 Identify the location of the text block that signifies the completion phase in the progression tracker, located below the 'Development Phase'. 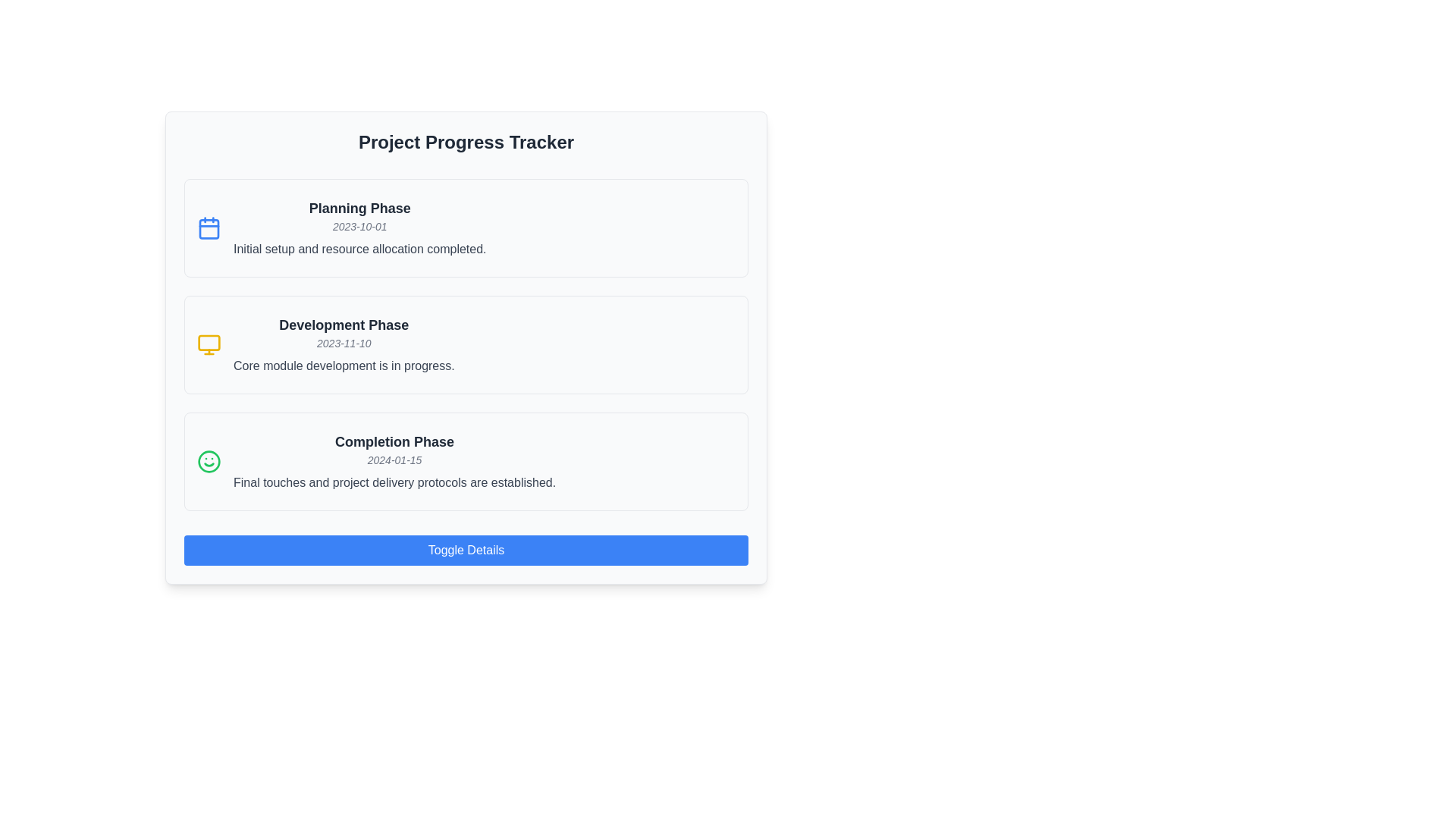
(394, 461).